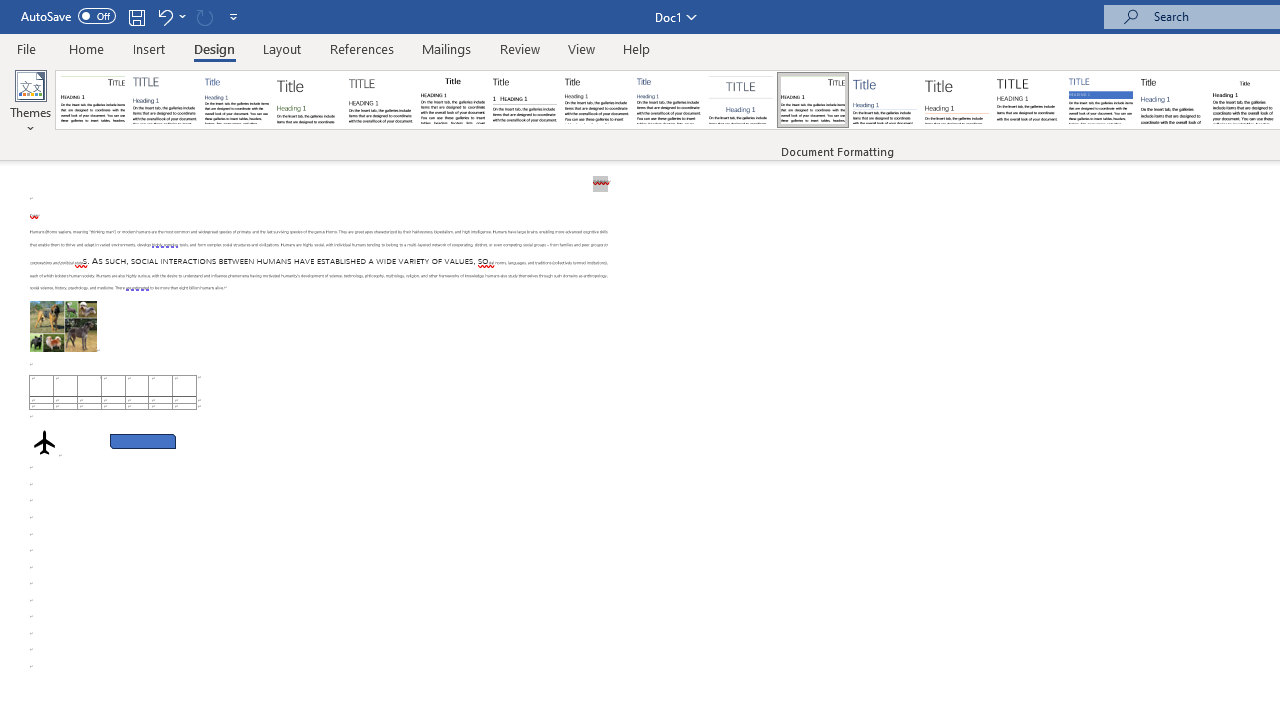  I want to click on 'Undo Apply Quick Style Set', so click(170, 16).